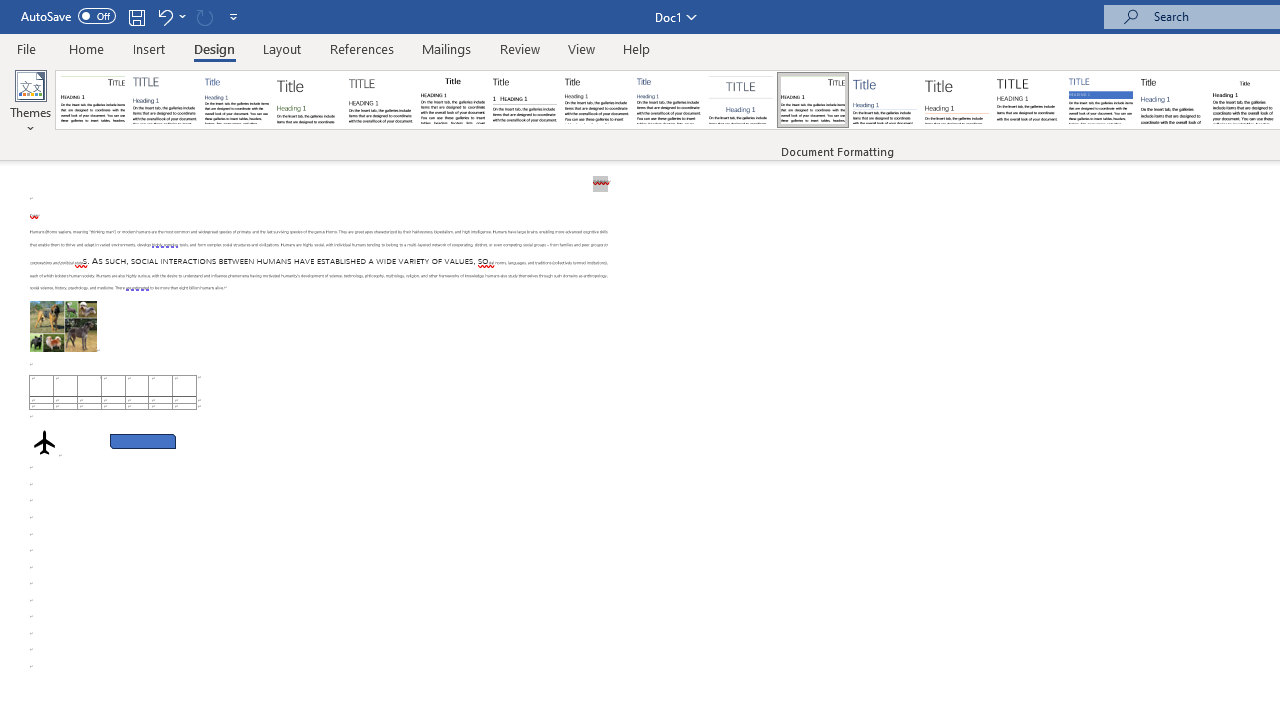  I want to click on 'Undo Apply Quick Style Set', so click(170, 16).